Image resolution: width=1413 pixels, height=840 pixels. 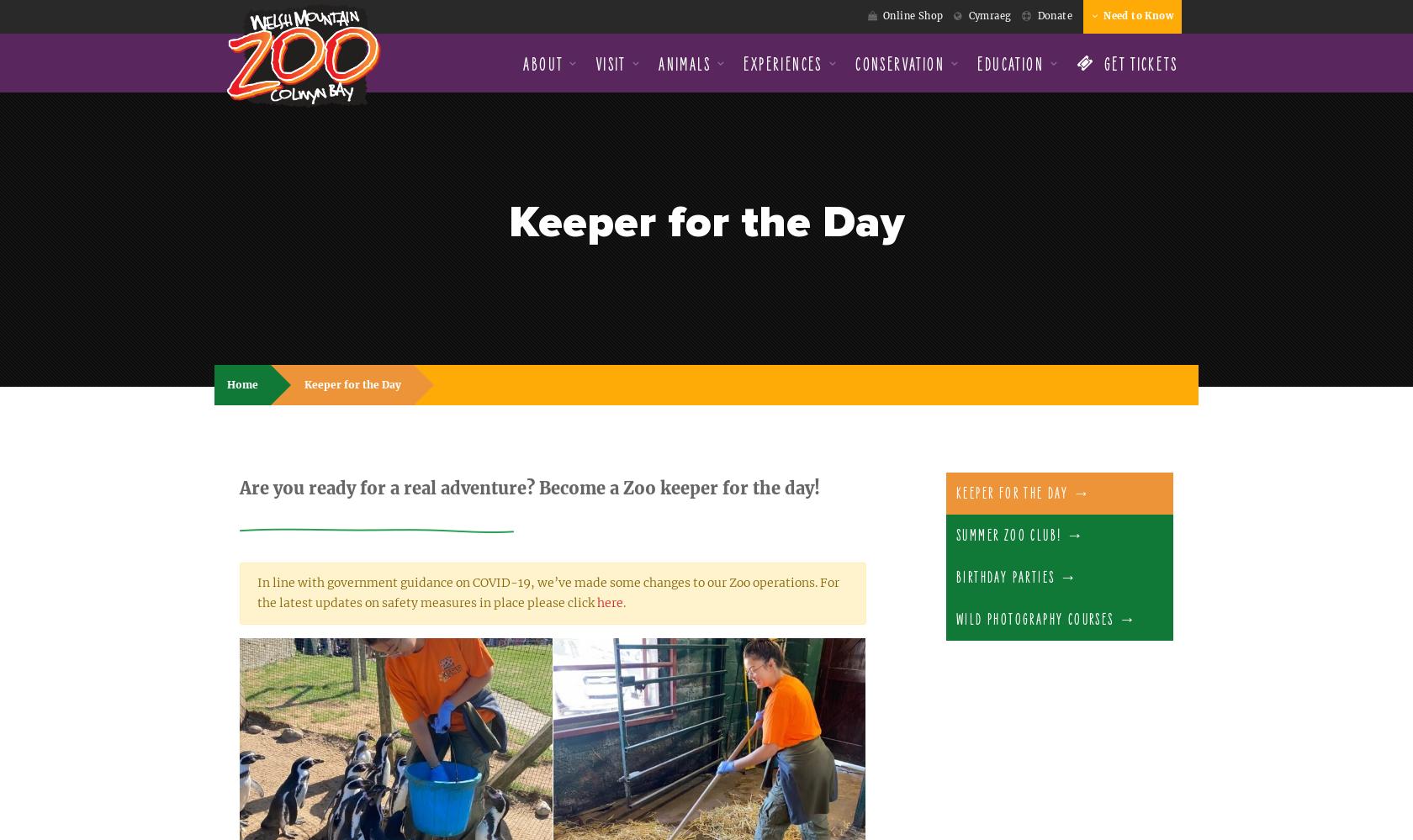 What do you see at coordinates (242, 384) in the screenshot?
I see `'Home'` at bounding box center [242, 384].